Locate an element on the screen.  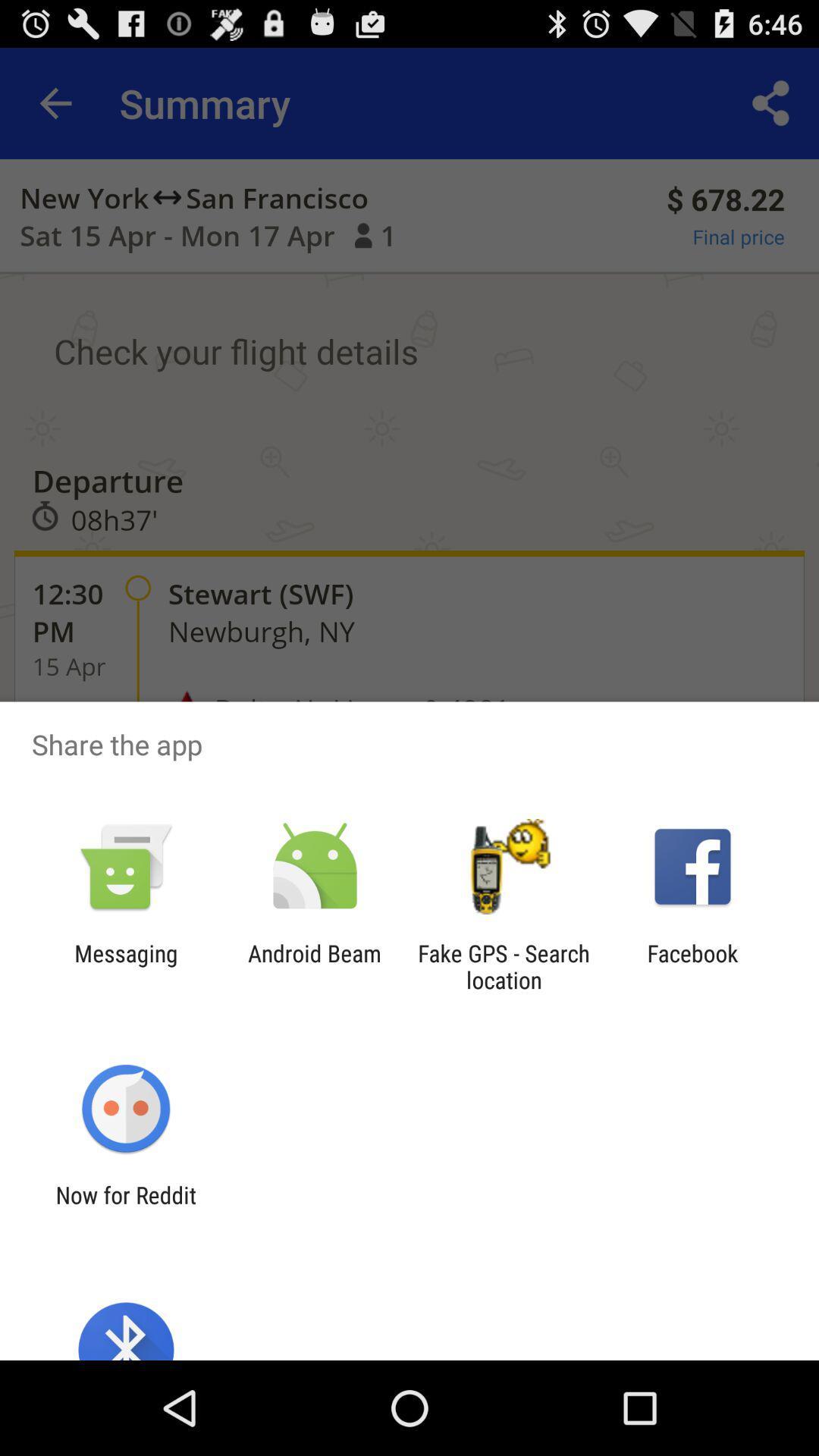
fake gps search is located at coordinates (504, 966).